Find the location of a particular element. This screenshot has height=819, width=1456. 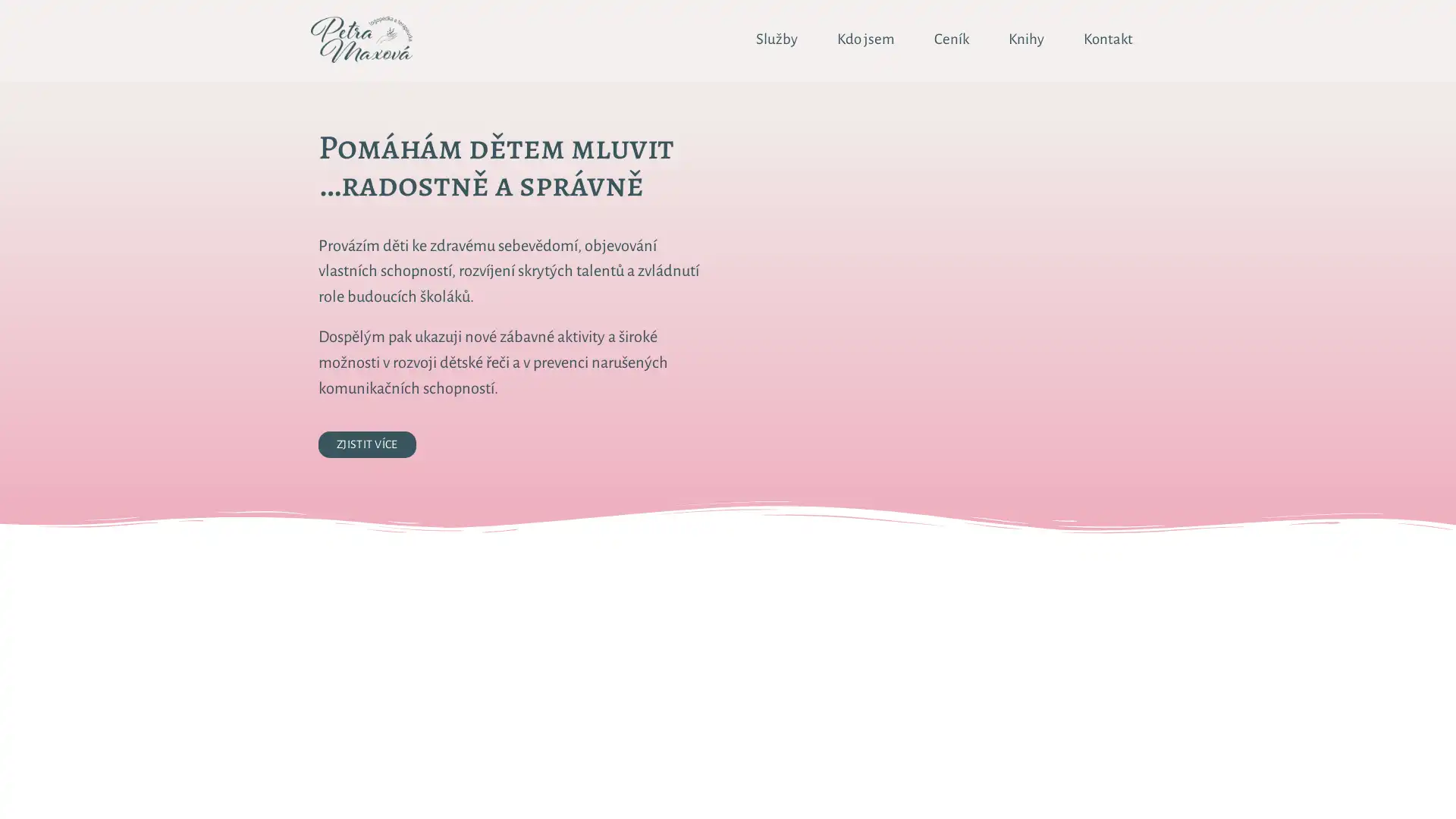

ZJISTIT VICE is located at coordinates (367, 444).